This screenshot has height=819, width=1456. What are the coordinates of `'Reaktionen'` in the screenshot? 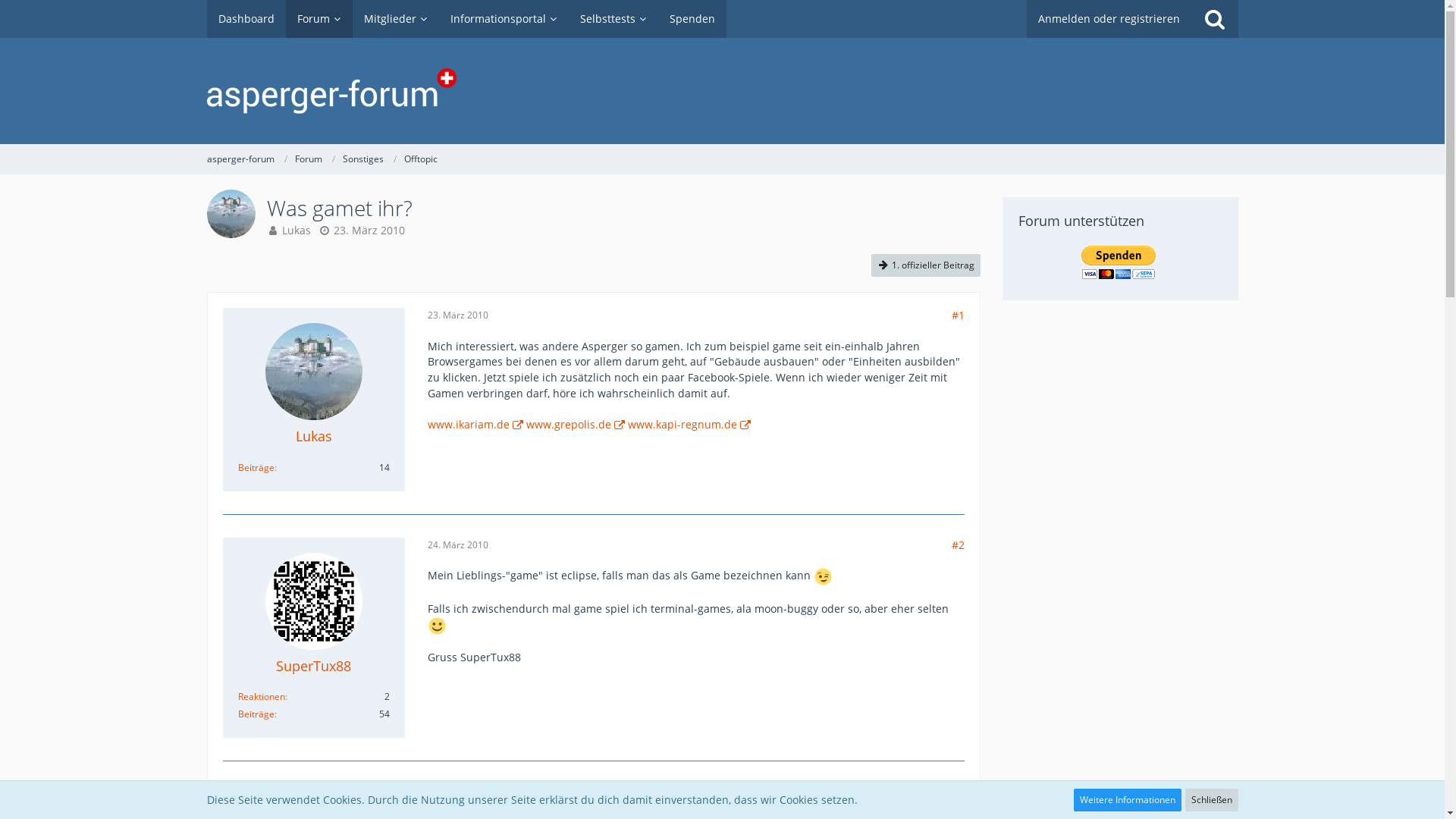 It's located at (262, 696).